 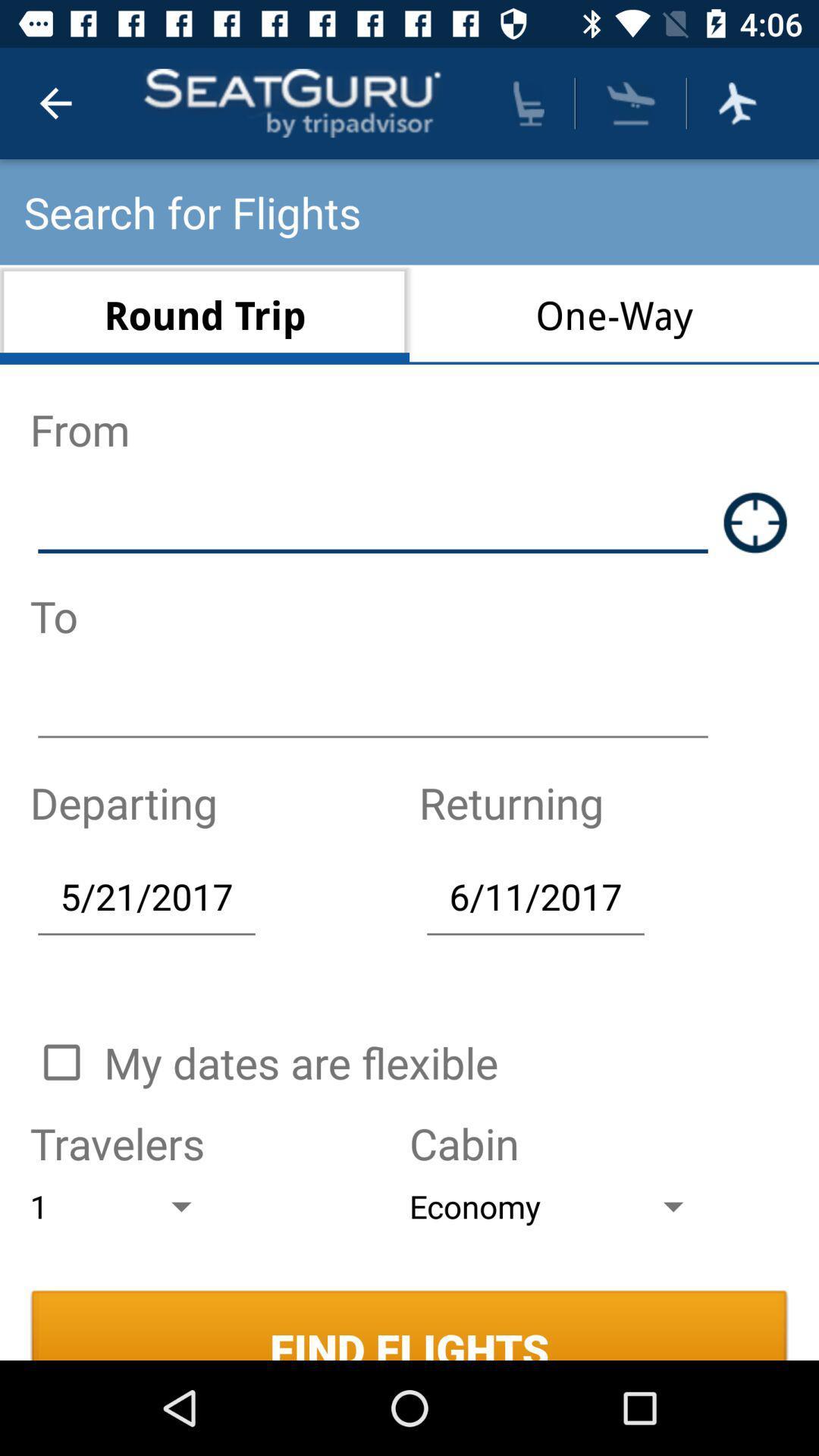 What do you see at coordinates (755, 522) in the screenshot?
I see `location` at bounding box center [755, 522].